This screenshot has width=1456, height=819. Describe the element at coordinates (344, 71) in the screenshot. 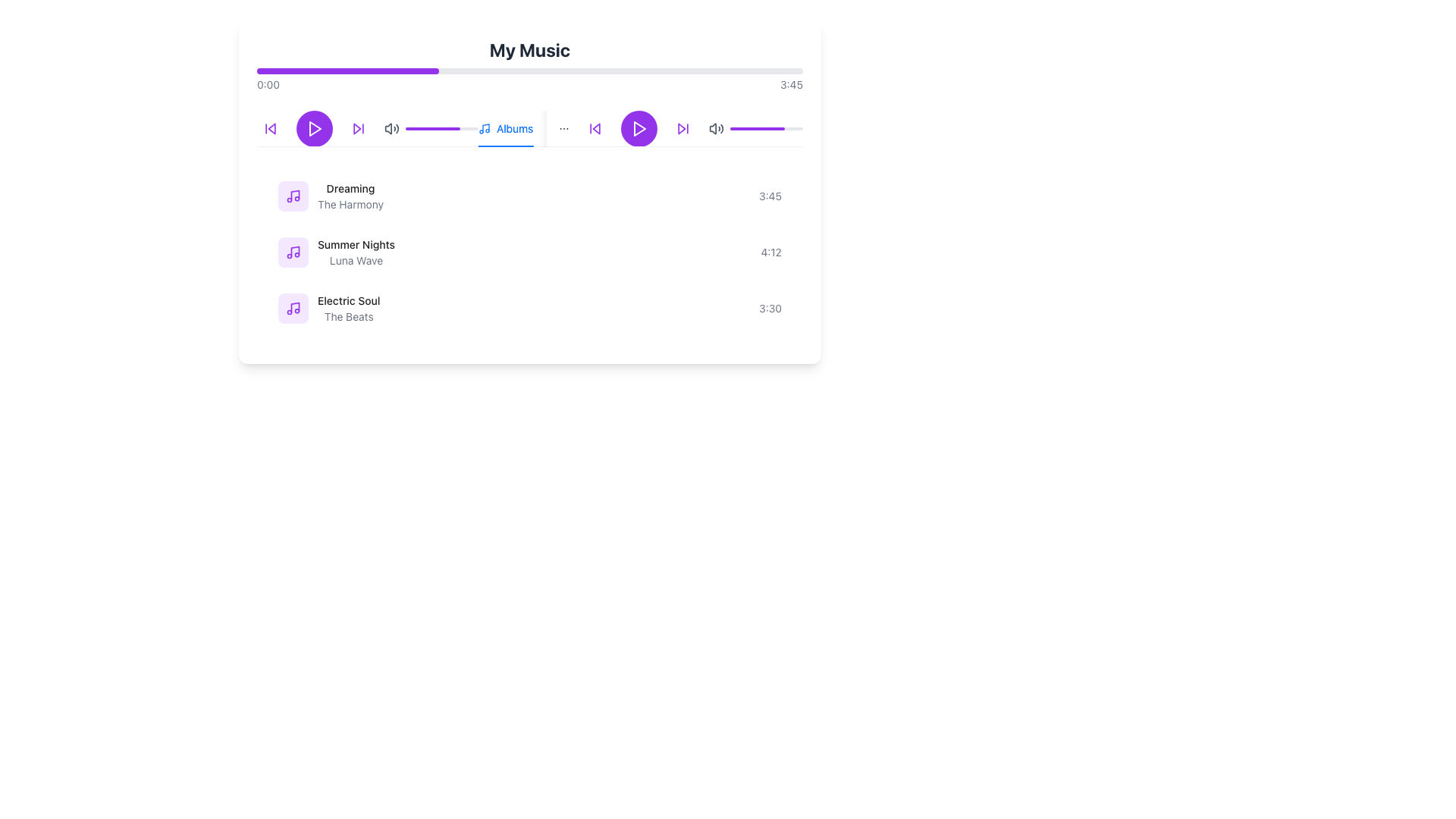

I see `the media progress` at that location.